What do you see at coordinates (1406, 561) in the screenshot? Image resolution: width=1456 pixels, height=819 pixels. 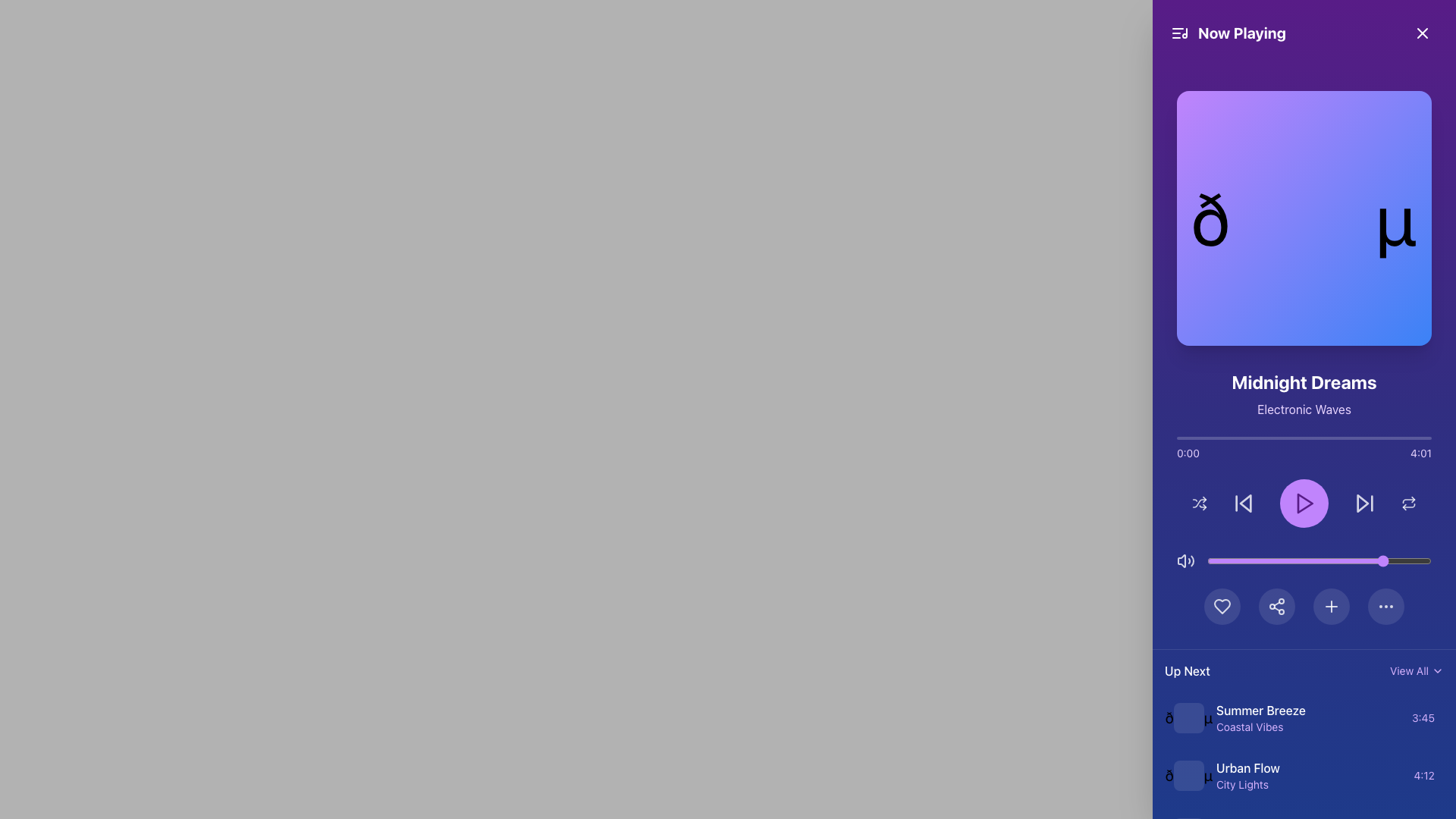 I see `slider value` at bounding box center [1406, 561].